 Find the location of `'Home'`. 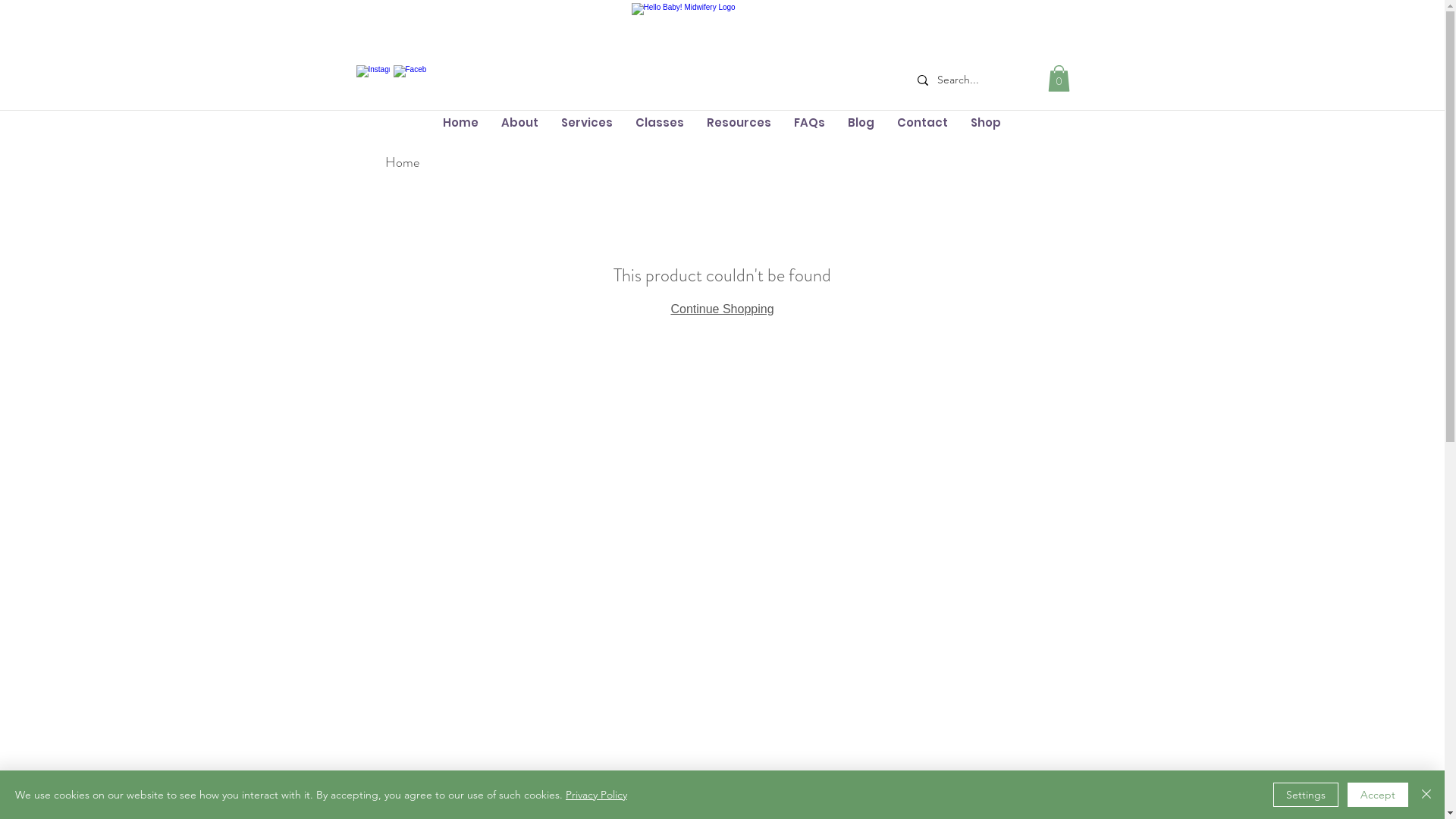

'Home' is located at coordinates (402, 162).